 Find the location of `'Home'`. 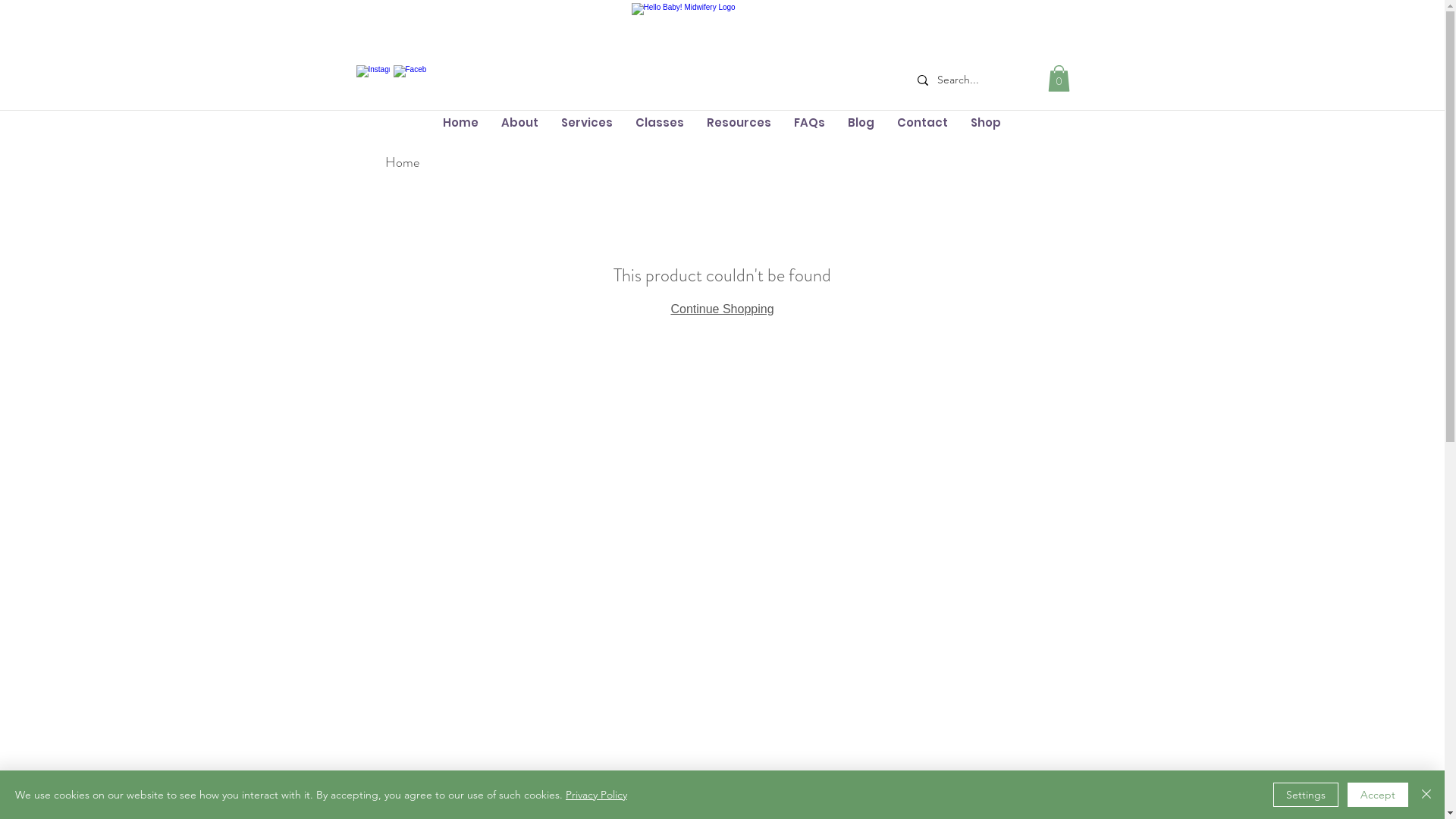

'Home' is located at coordinates (402, 162).